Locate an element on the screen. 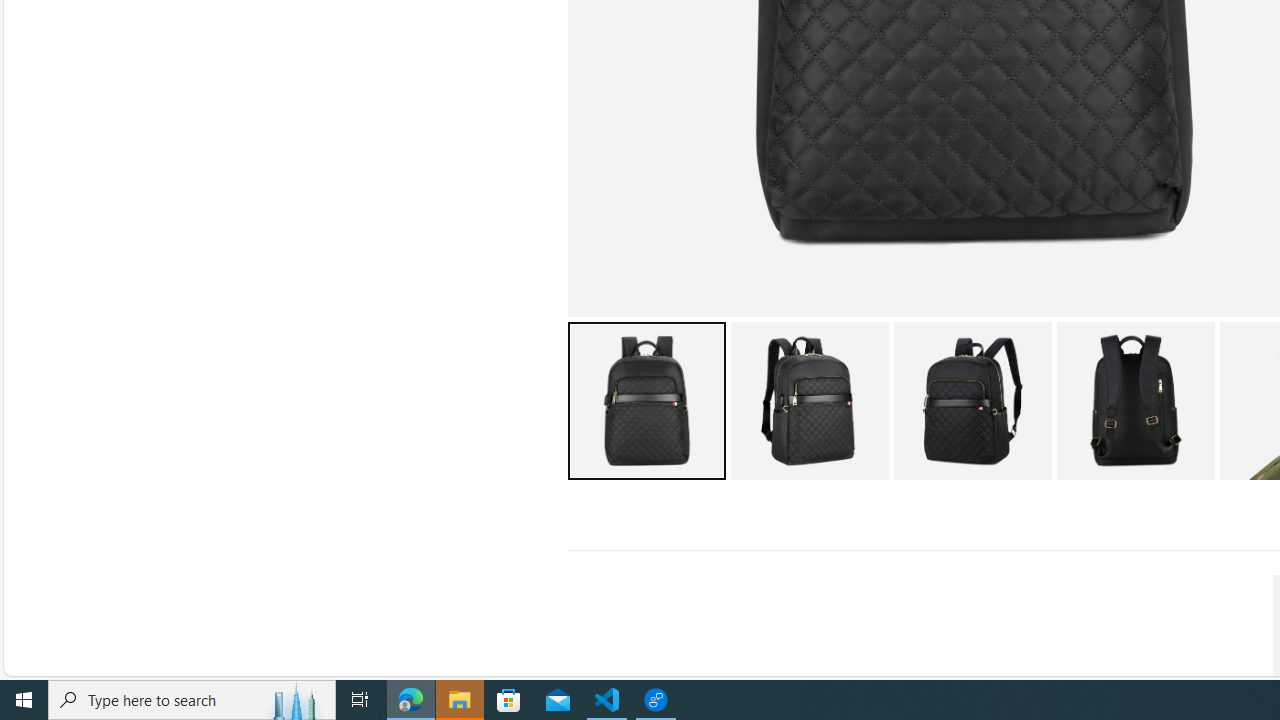  'Type here to search' is located at coordinates (192, 698).